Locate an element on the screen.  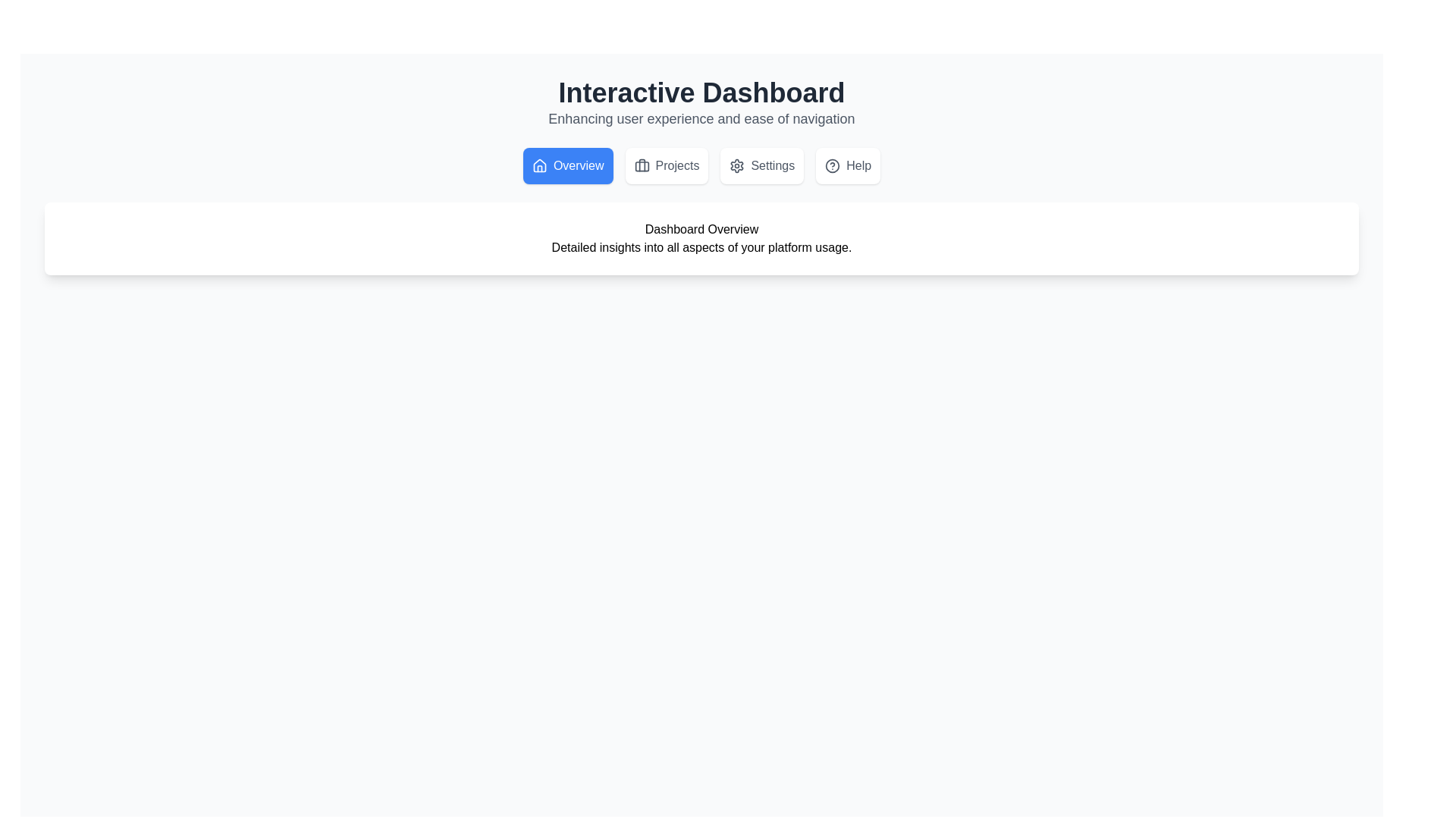
the SVG Icon resembling a briefcase adjacent to the 'Projects' button is located at coordinates (642, 166).